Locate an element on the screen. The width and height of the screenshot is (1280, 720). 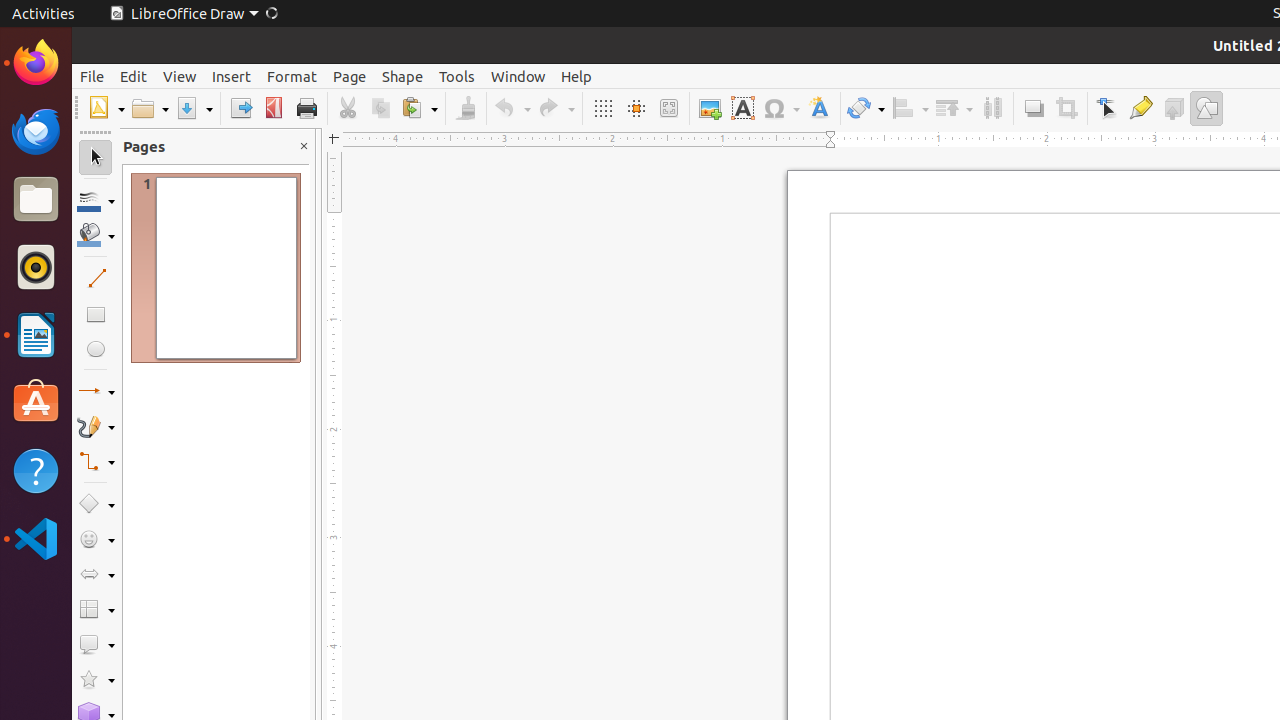
'Helplines While Moving' is located at coordinates (634, 108).